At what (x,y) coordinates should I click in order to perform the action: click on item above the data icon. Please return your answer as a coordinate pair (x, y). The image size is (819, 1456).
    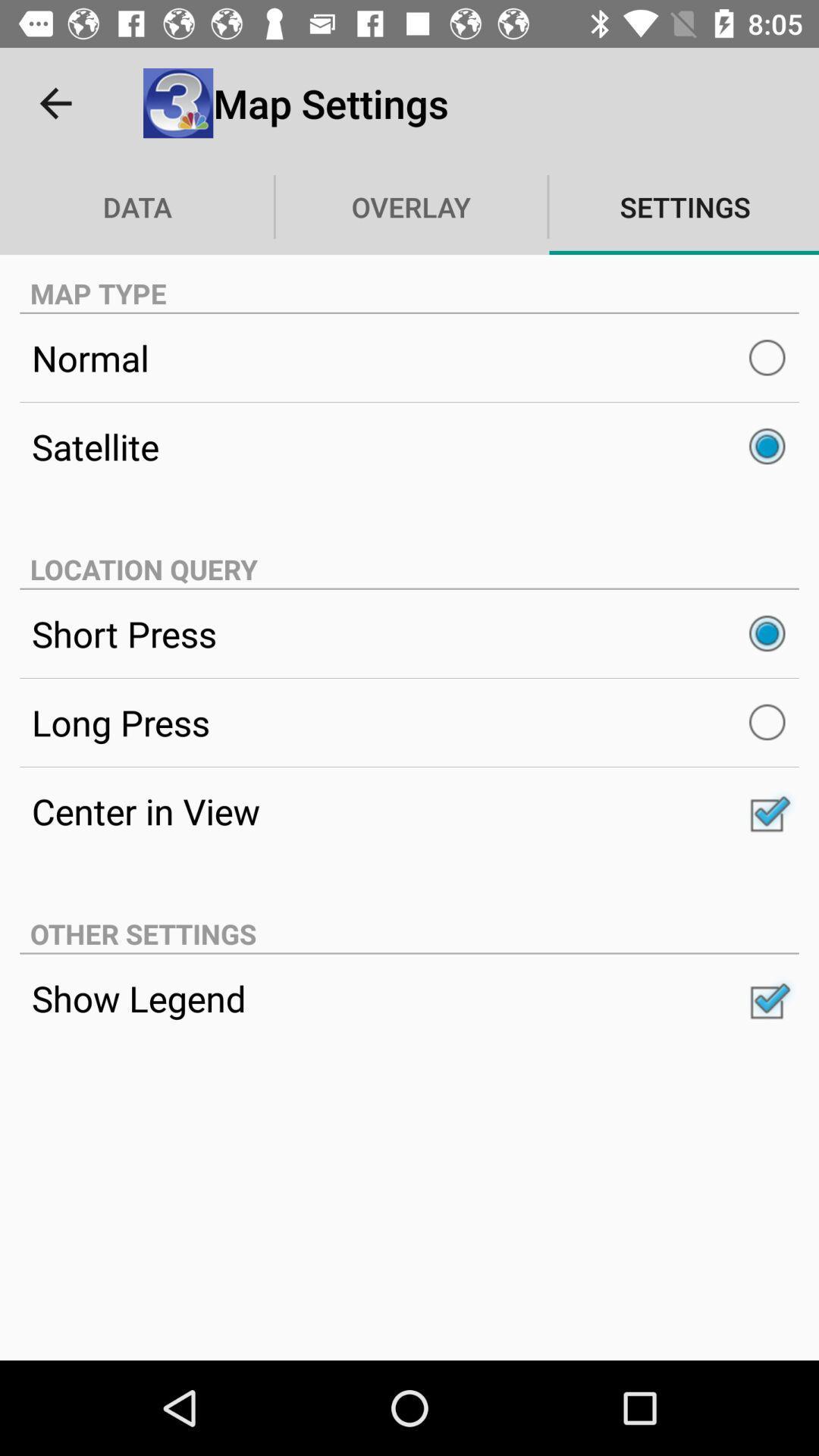
    Looking at the image, I should click on (55, 102).